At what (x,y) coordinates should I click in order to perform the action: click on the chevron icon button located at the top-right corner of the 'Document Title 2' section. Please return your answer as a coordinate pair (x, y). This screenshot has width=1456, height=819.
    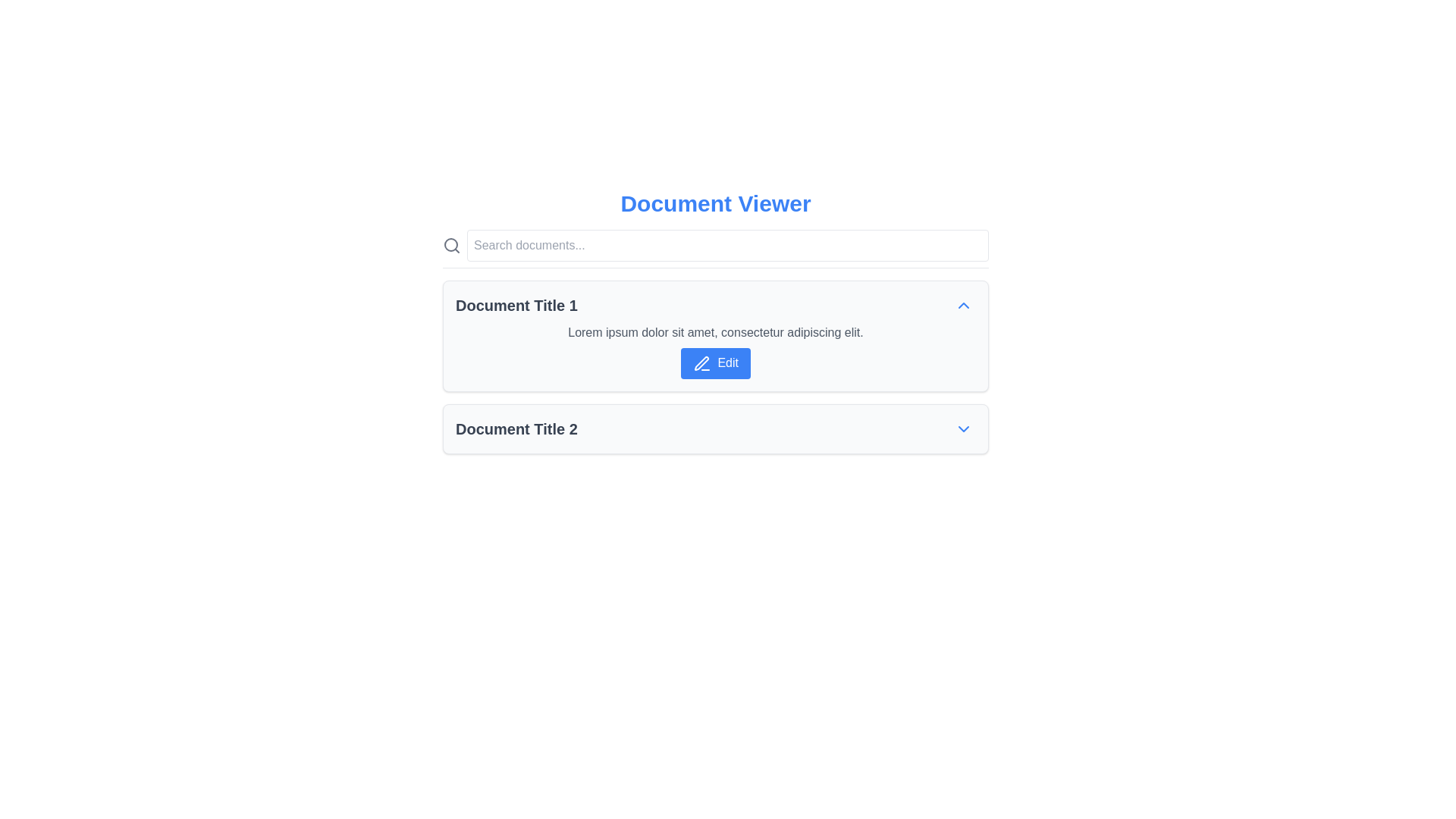
    Looking at the image, I should click on (963, 428).